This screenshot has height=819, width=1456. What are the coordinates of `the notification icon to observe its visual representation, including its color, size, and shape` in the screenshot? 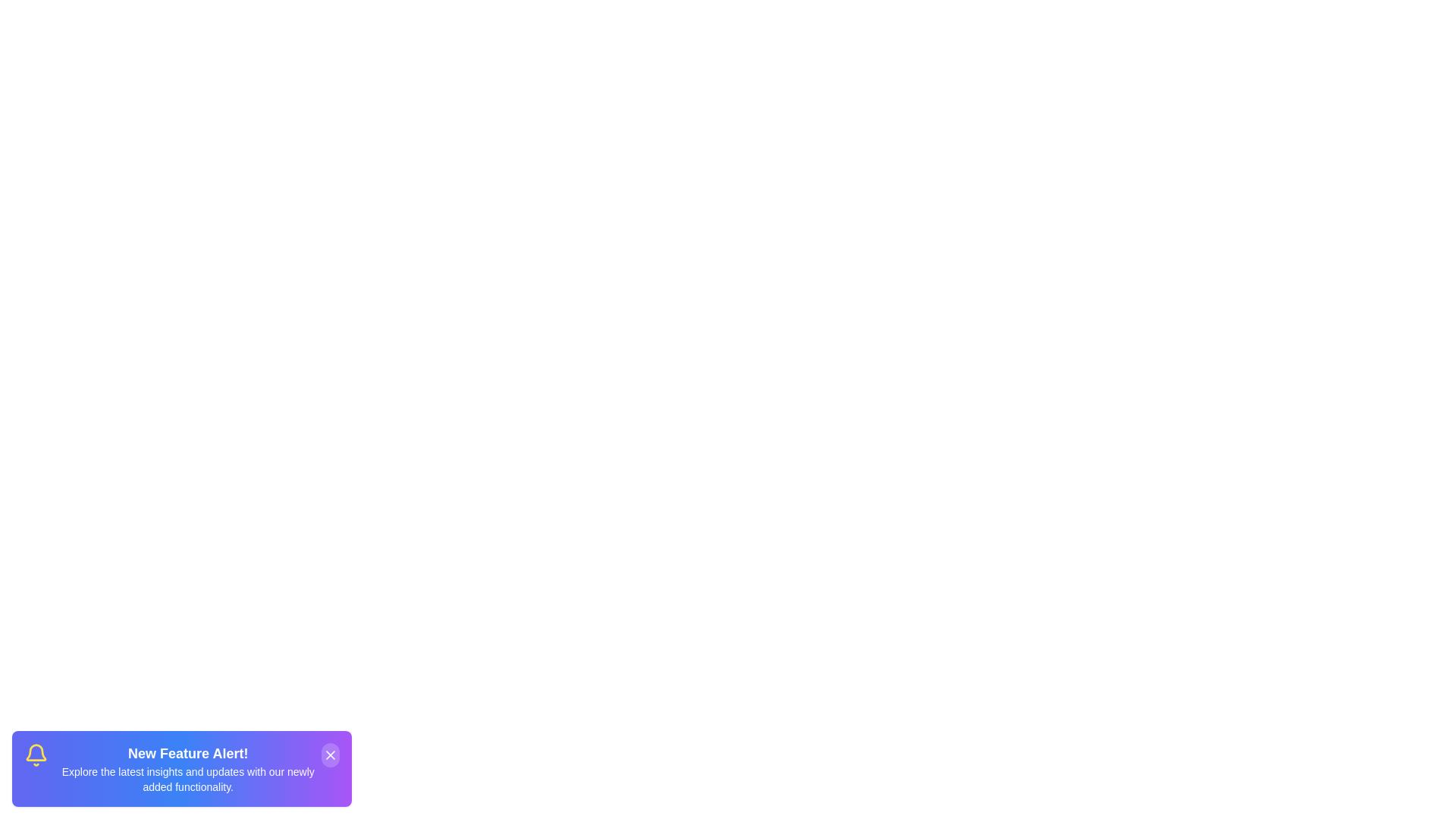 It's located at (36, 755).